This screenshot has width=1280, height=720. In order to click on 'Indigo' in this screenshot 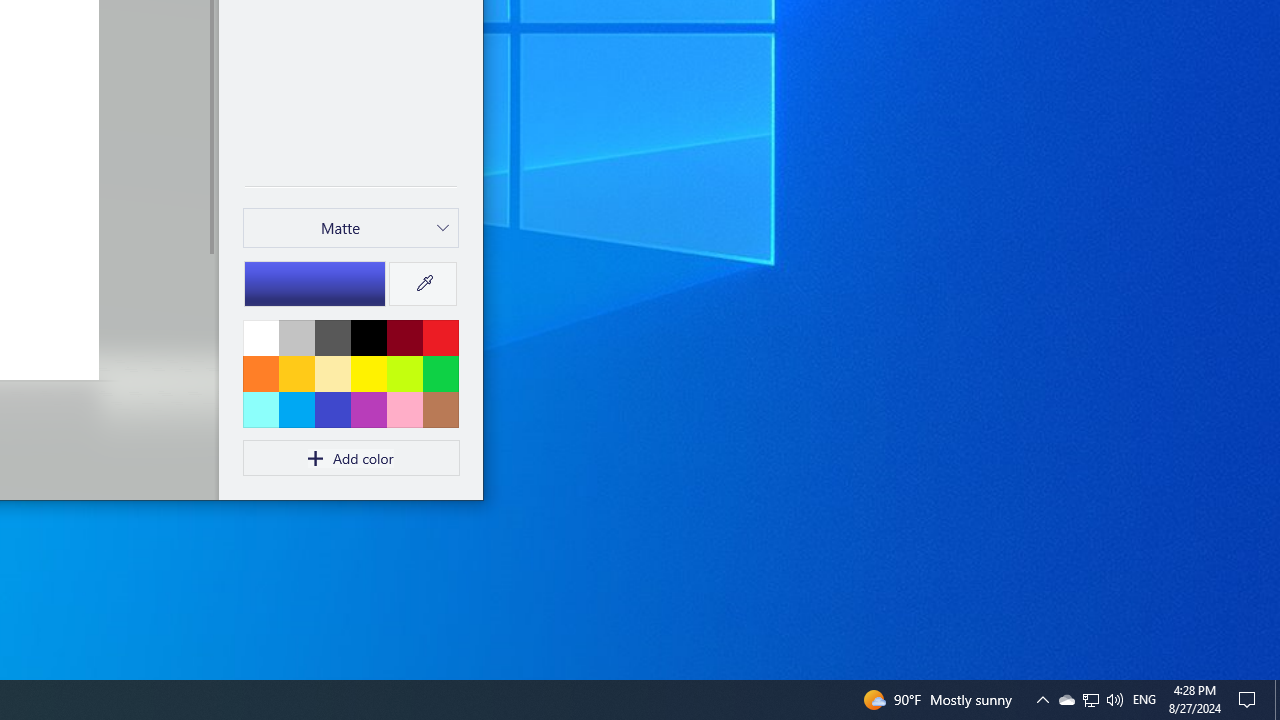, I will do `click(332, 408)`.